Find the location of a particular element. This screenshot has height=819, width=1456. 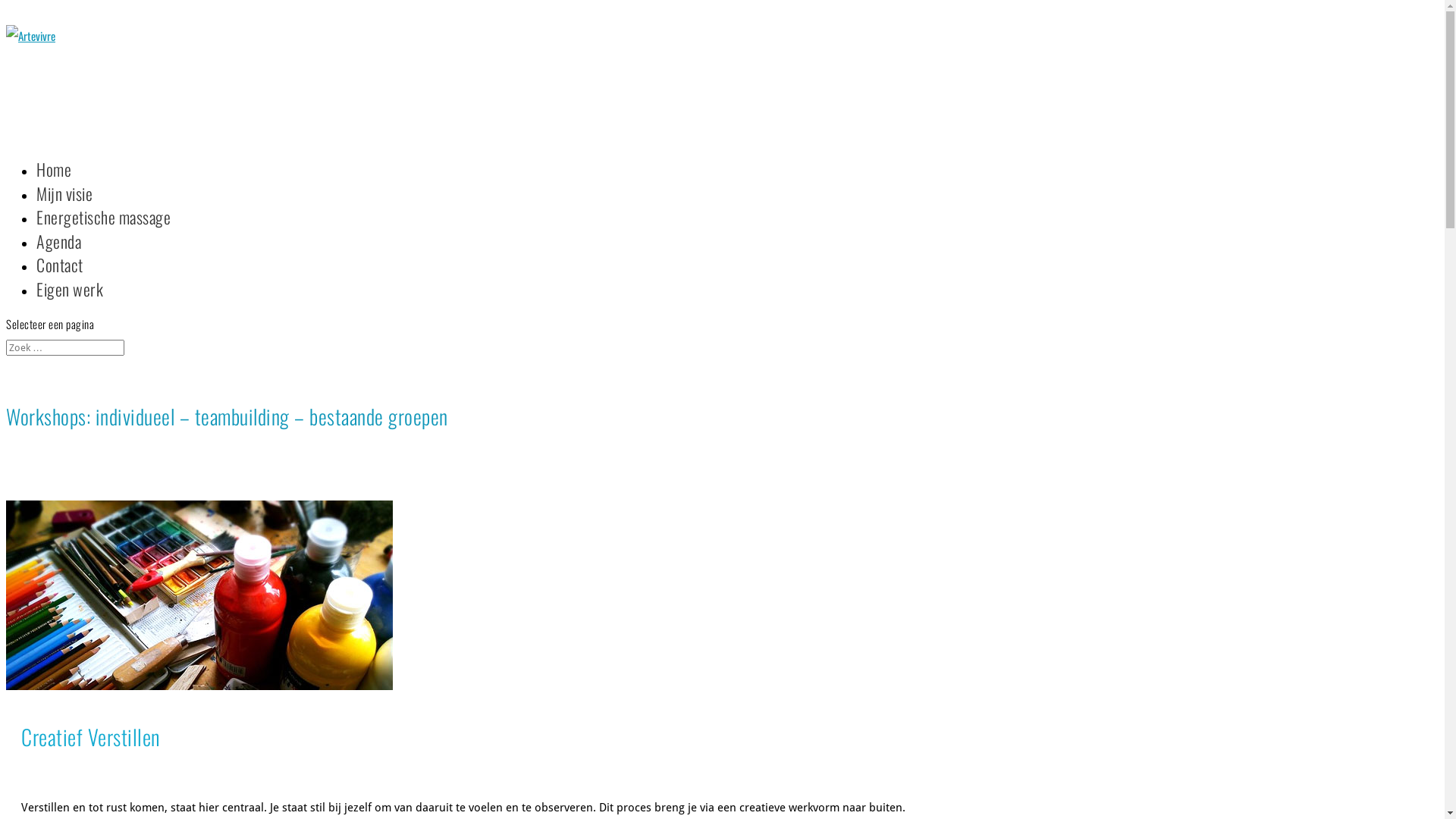

'Agenda' is located at coordinates (58, 257).